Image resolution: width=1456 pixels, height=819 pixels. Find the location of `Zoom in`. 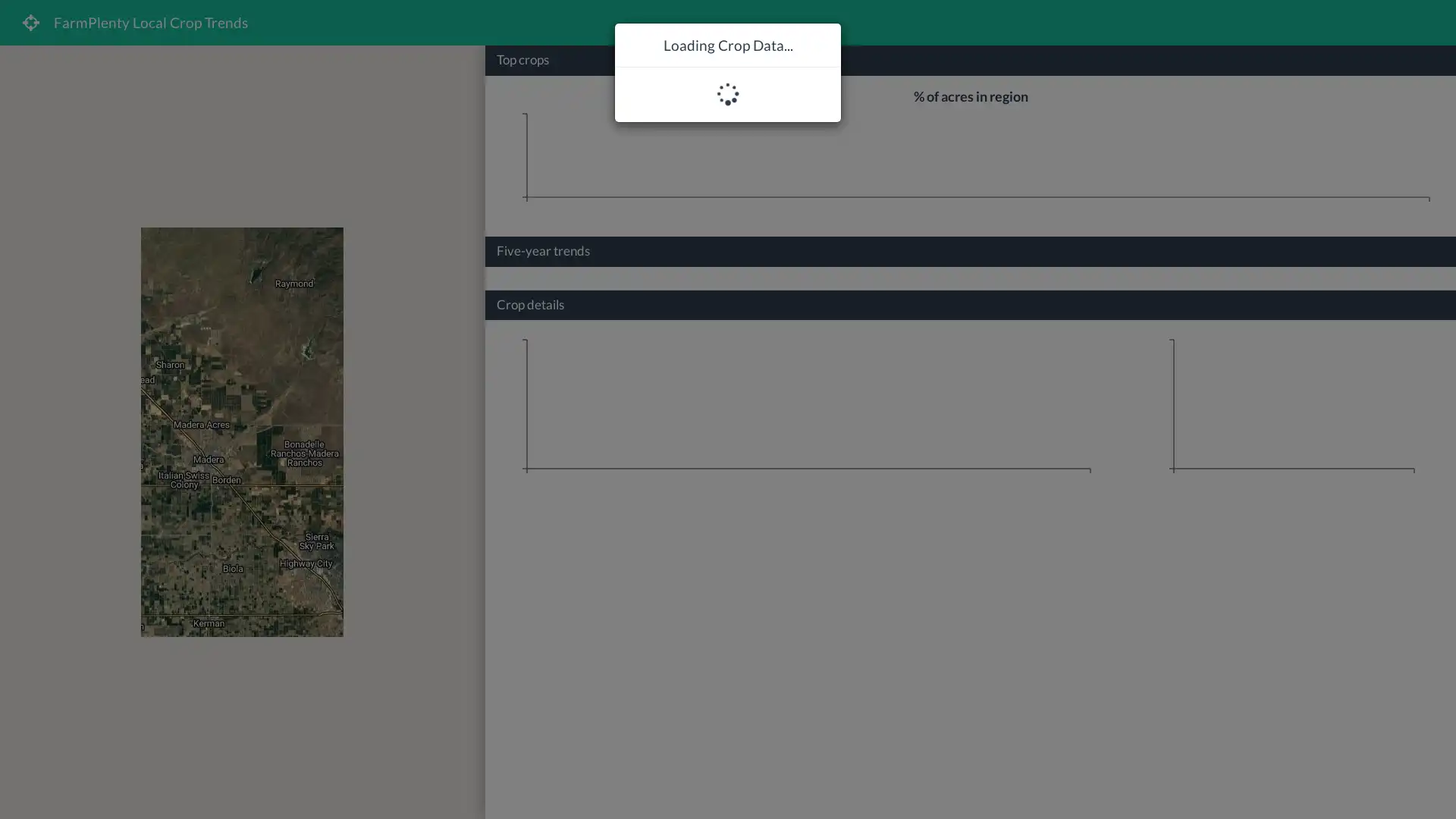

Zoom in is located at coordinates (461, 755).